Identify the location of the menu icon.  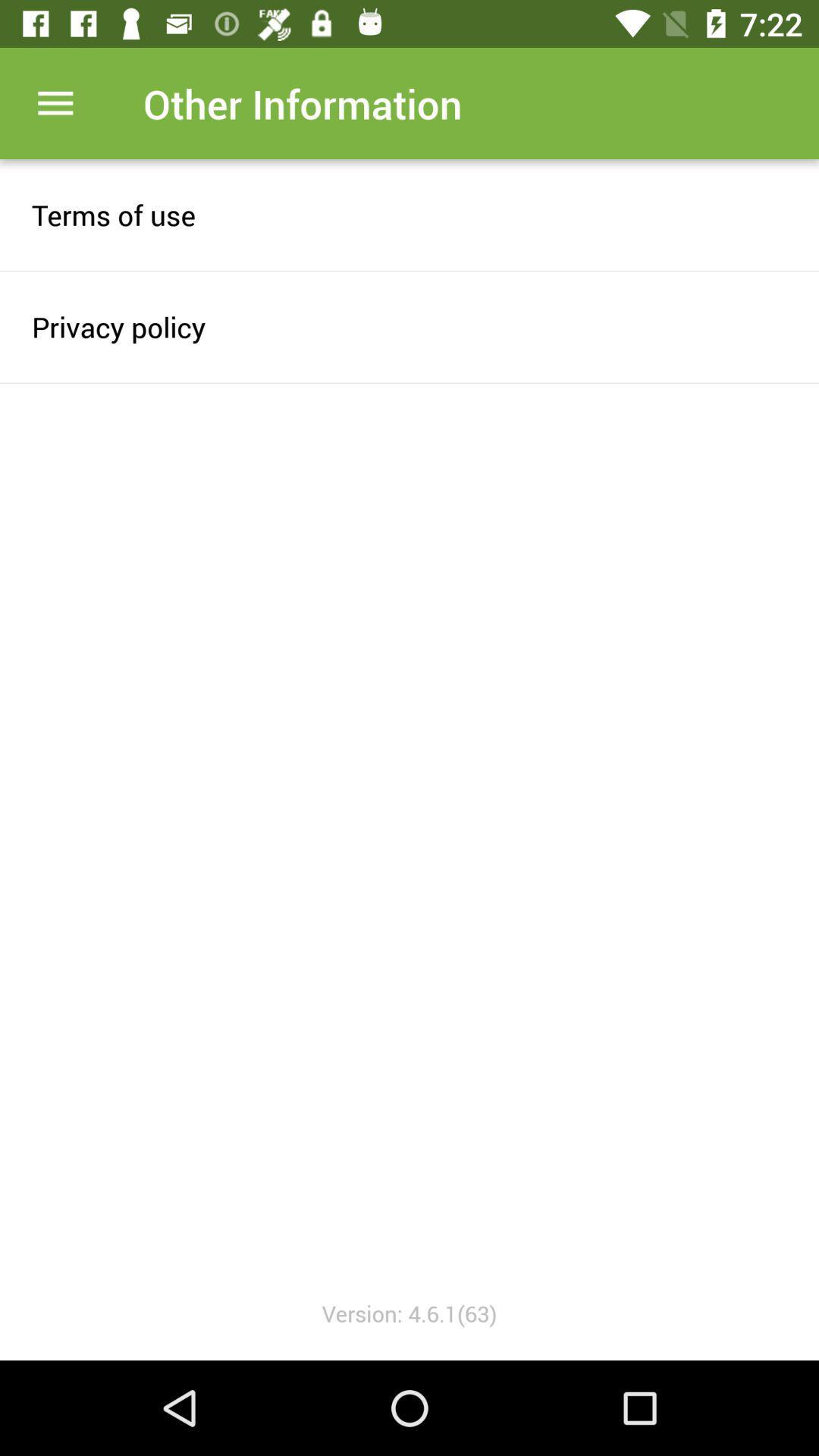
(55, 102).